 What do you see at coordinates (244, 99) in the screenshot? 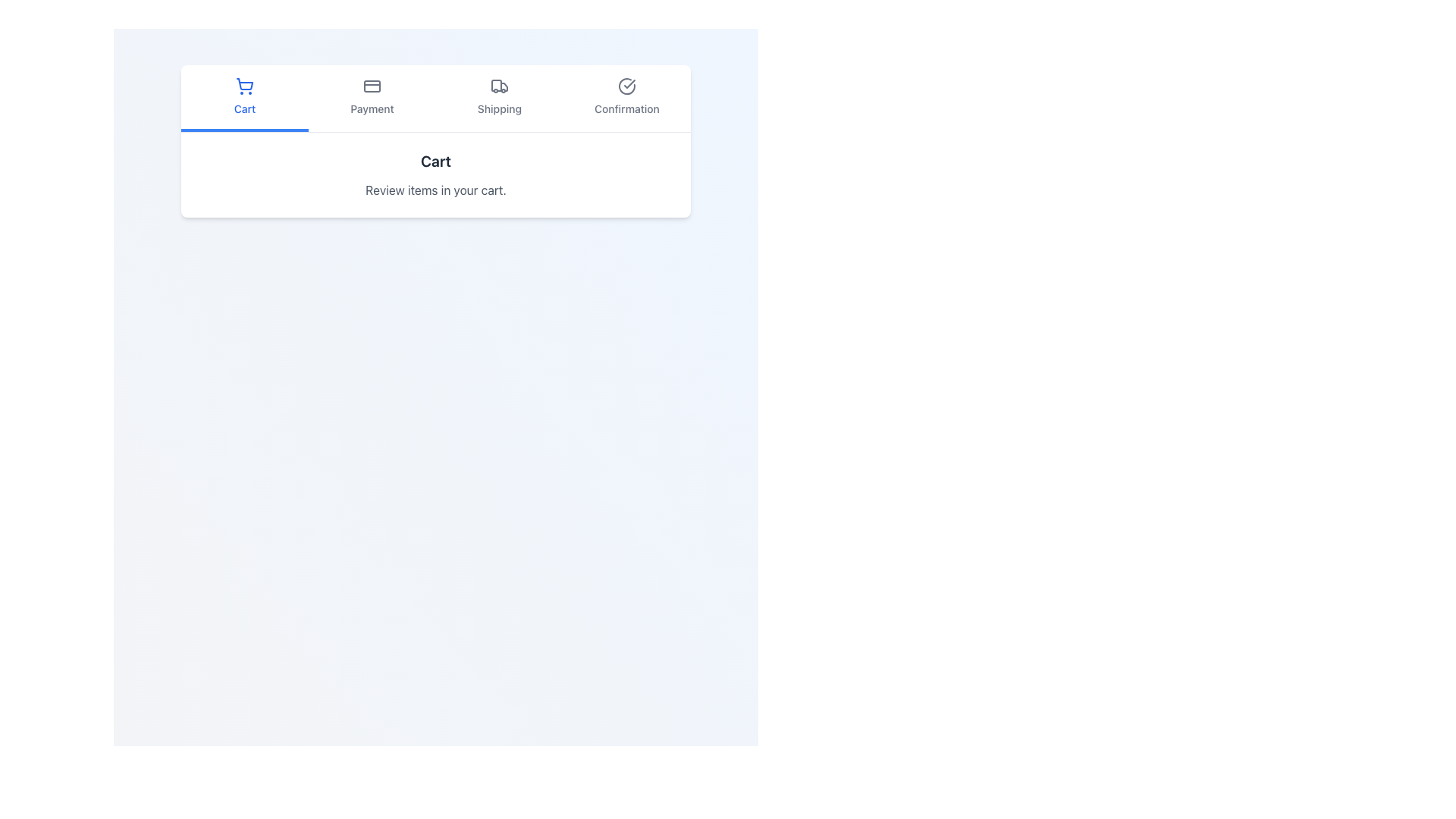
I see `the 'Cart' button in the navigation bar, which features a shopping cart icon and is highlighted in blue as the active item` at bounding box center [244, 99].